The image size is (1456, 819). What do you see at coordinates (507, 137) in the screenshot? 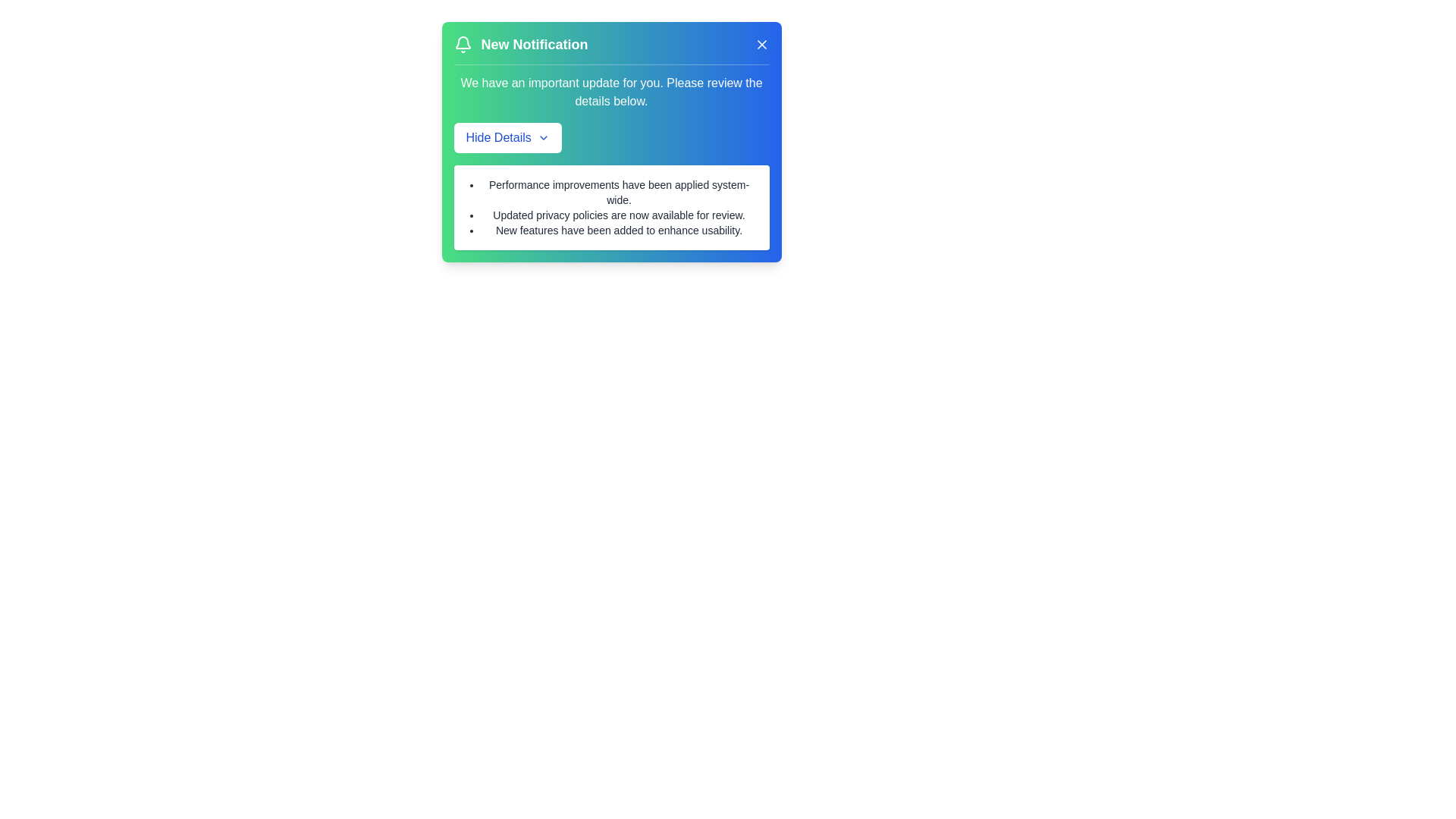
I see `'Hide Details' button to toggle the visibility of the details section` at bounding box center [507, 137].